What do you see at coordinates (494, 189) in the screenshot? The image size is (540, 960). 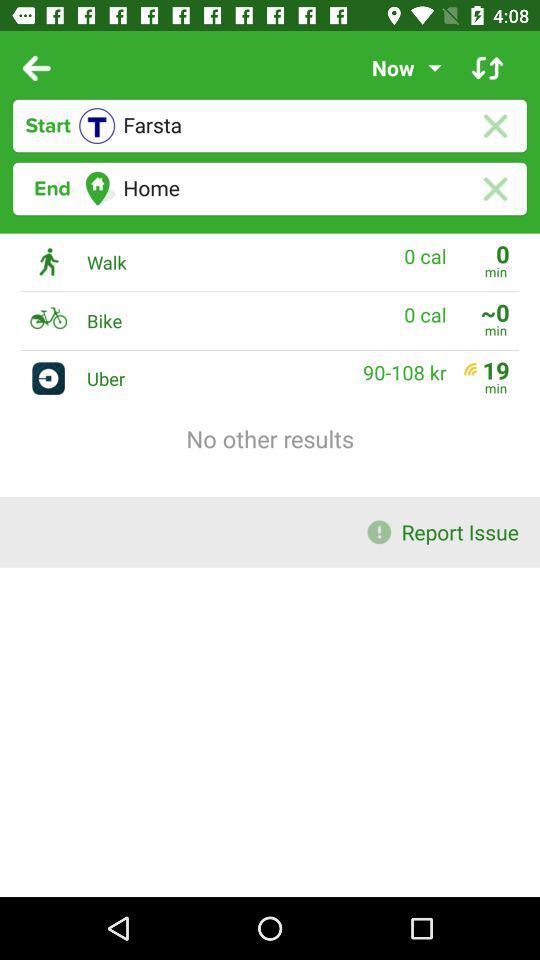 I see `cancel end location` at bounding box center [494, 189].